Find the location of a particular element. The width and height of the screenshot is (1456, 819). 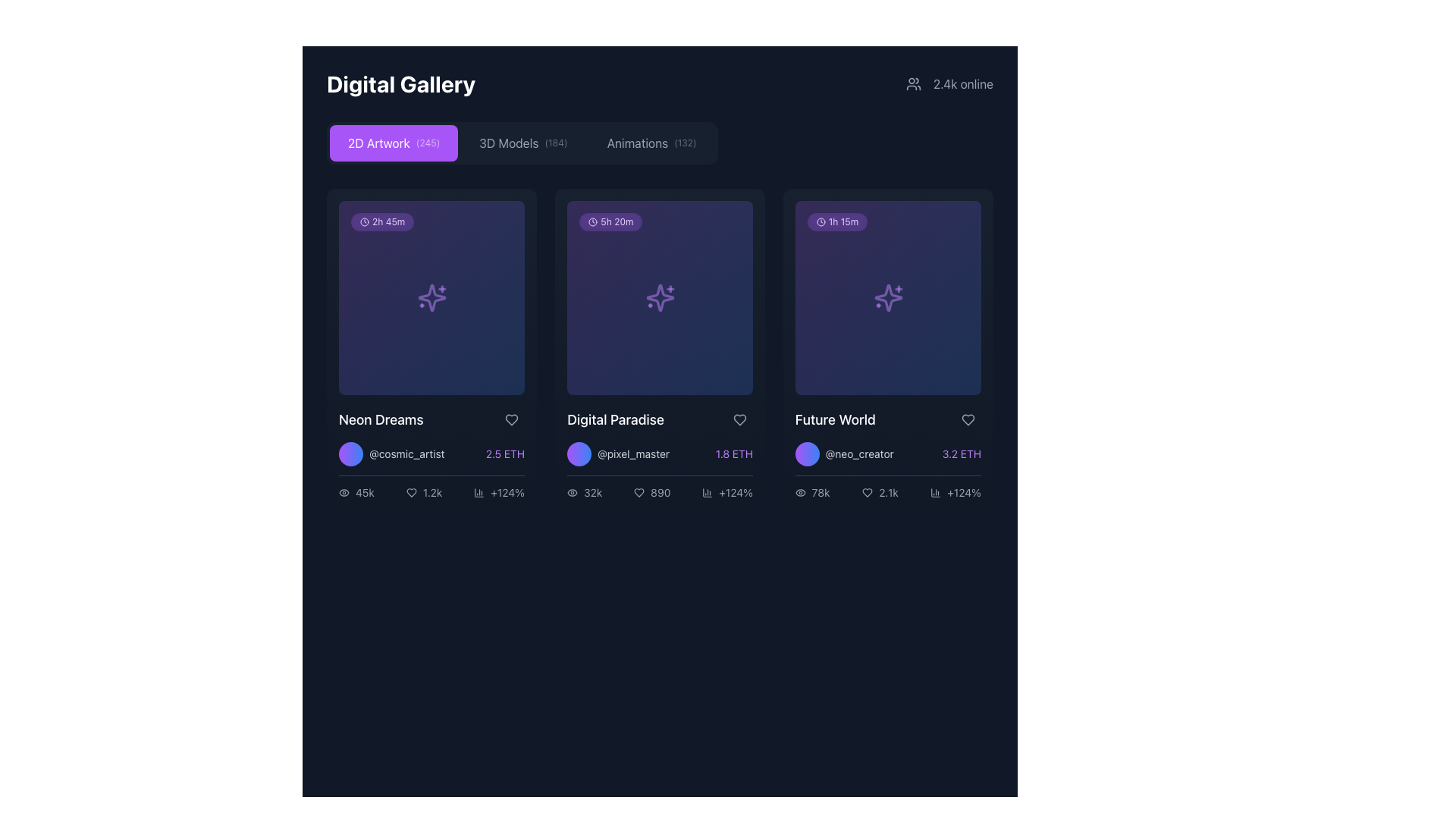

the bar chart icon located in the lower-right portion of the 'Future World' statistics section, positioned to the left of the '+124%' text for information is located at coordinates (935, 493).